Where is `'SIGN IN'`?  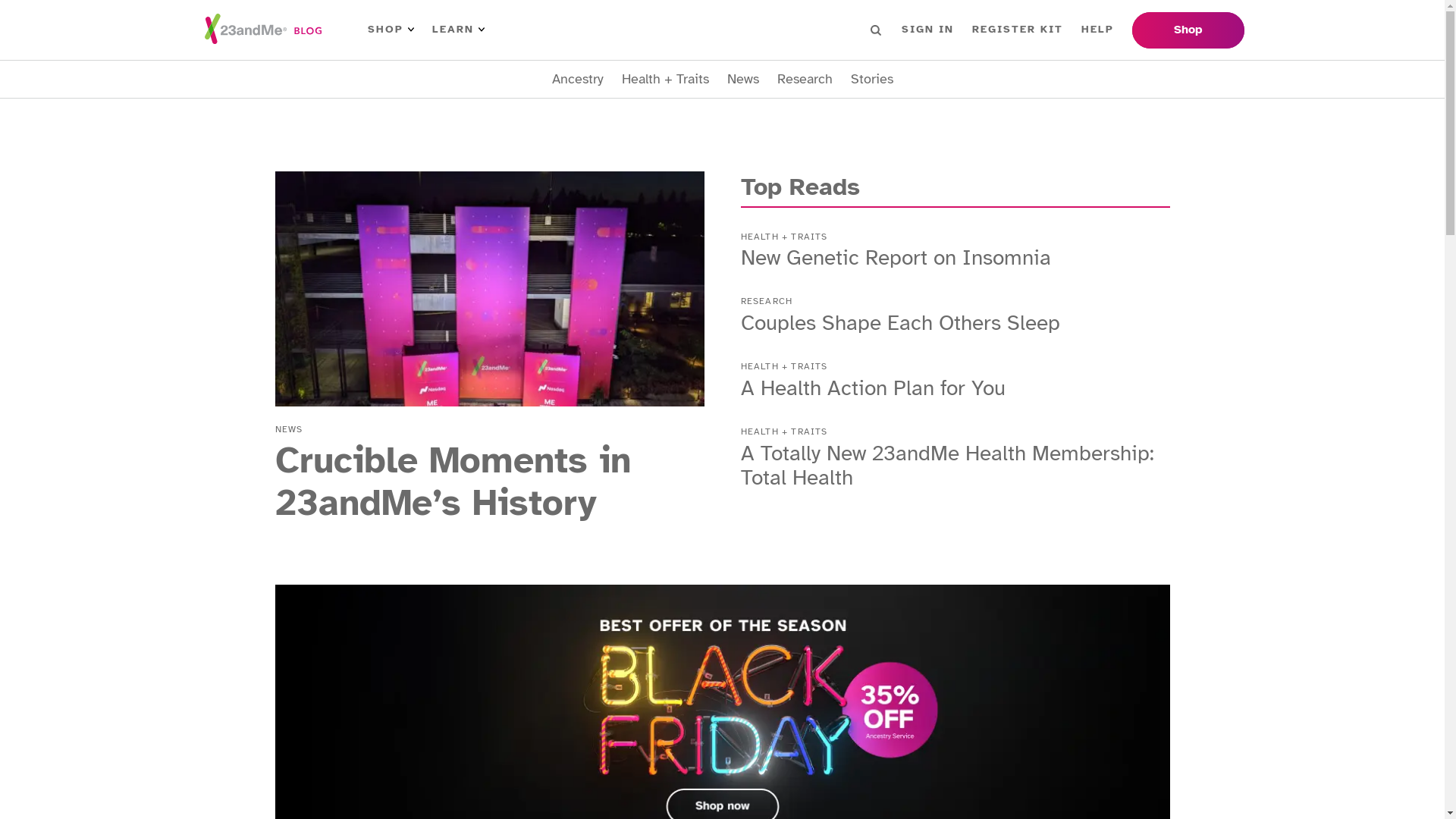
'SIGN IN' is located at coordinates (926, 29).